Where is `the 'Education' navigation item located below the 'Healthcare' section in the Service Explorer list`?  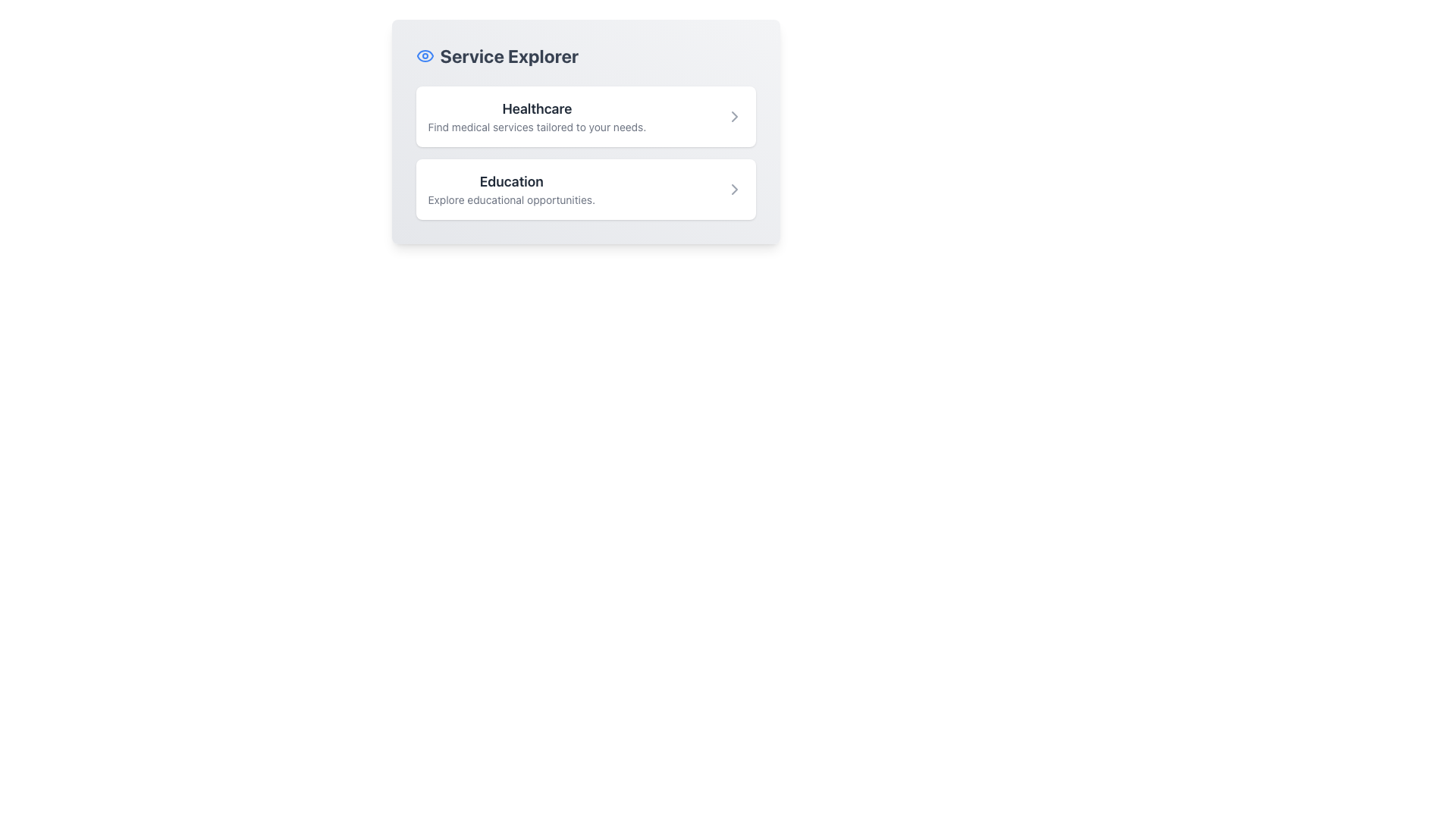 the 'Education' navigation item located below the 'Healthcare' section in the Service Explorer list is located at coordinates (585, 169).